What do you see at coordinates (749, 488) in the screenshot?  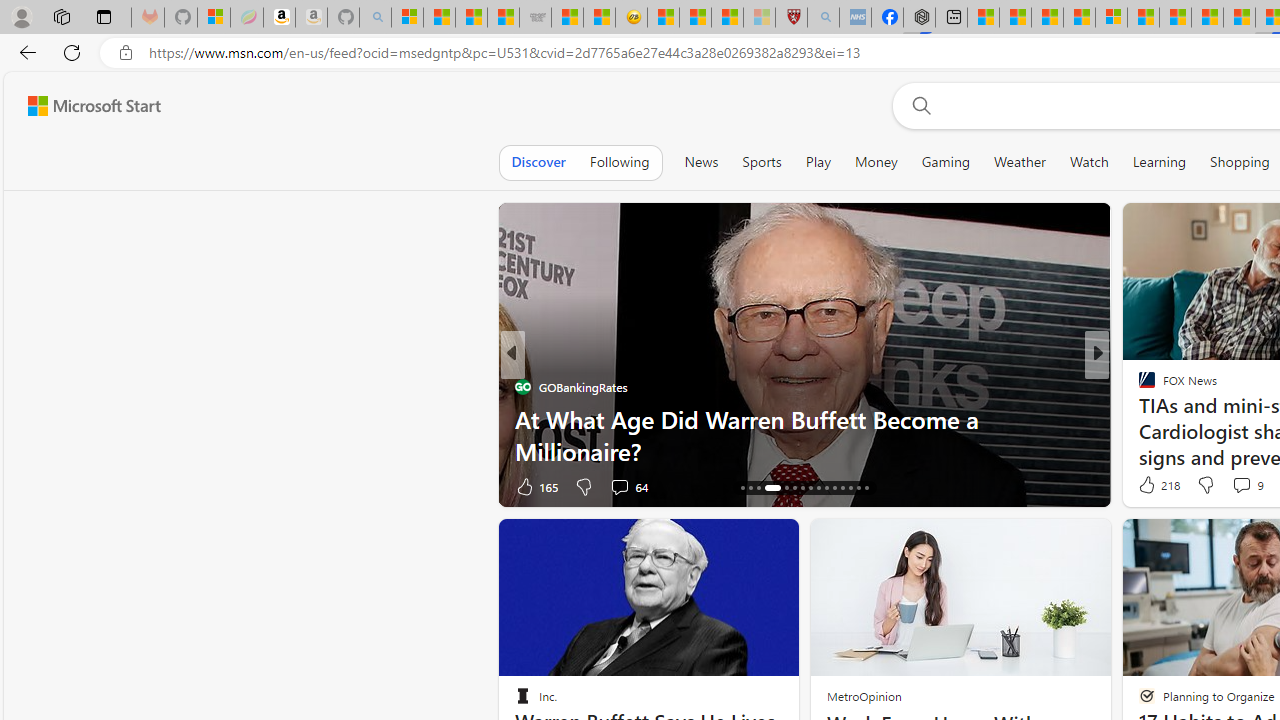 I see `'AutomationID: tab-17'` at bounding box center [749, 488].